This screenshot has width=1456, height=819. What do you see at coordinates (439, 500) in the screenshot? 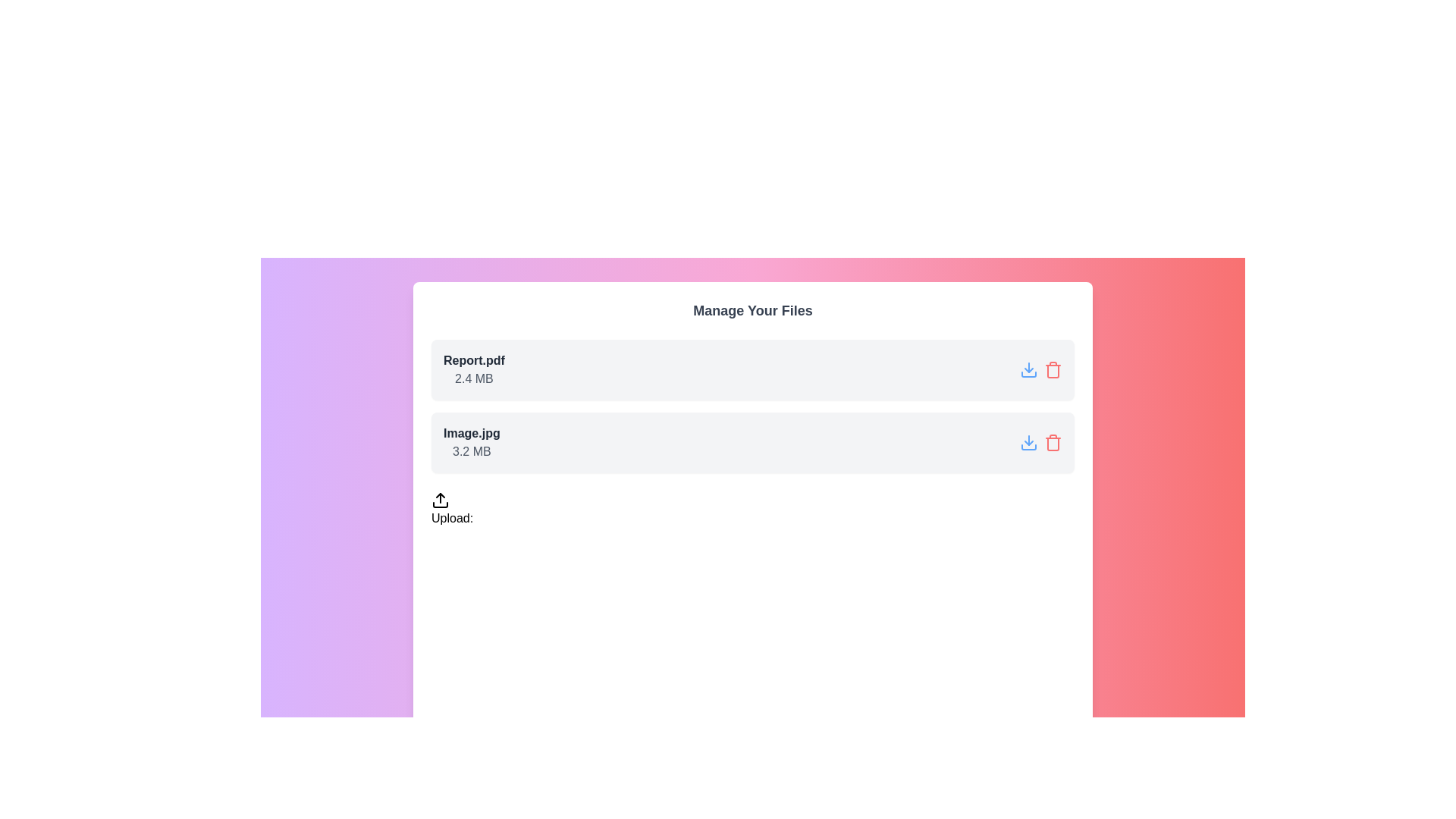
I see `the upload icon button, which is a small icon depicting an upward arrow, located adjacent to the label 'Upload:' at the bottom left of the white card UI` at bounding box center [439, 500].